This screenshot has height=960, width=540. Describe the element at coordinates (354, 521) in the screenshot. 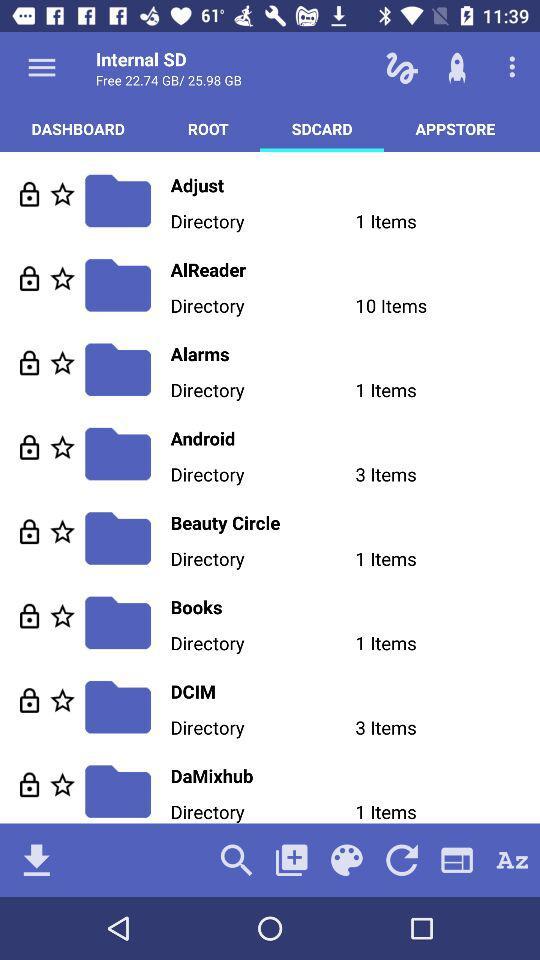

I see `the item below directory icon` at that location.